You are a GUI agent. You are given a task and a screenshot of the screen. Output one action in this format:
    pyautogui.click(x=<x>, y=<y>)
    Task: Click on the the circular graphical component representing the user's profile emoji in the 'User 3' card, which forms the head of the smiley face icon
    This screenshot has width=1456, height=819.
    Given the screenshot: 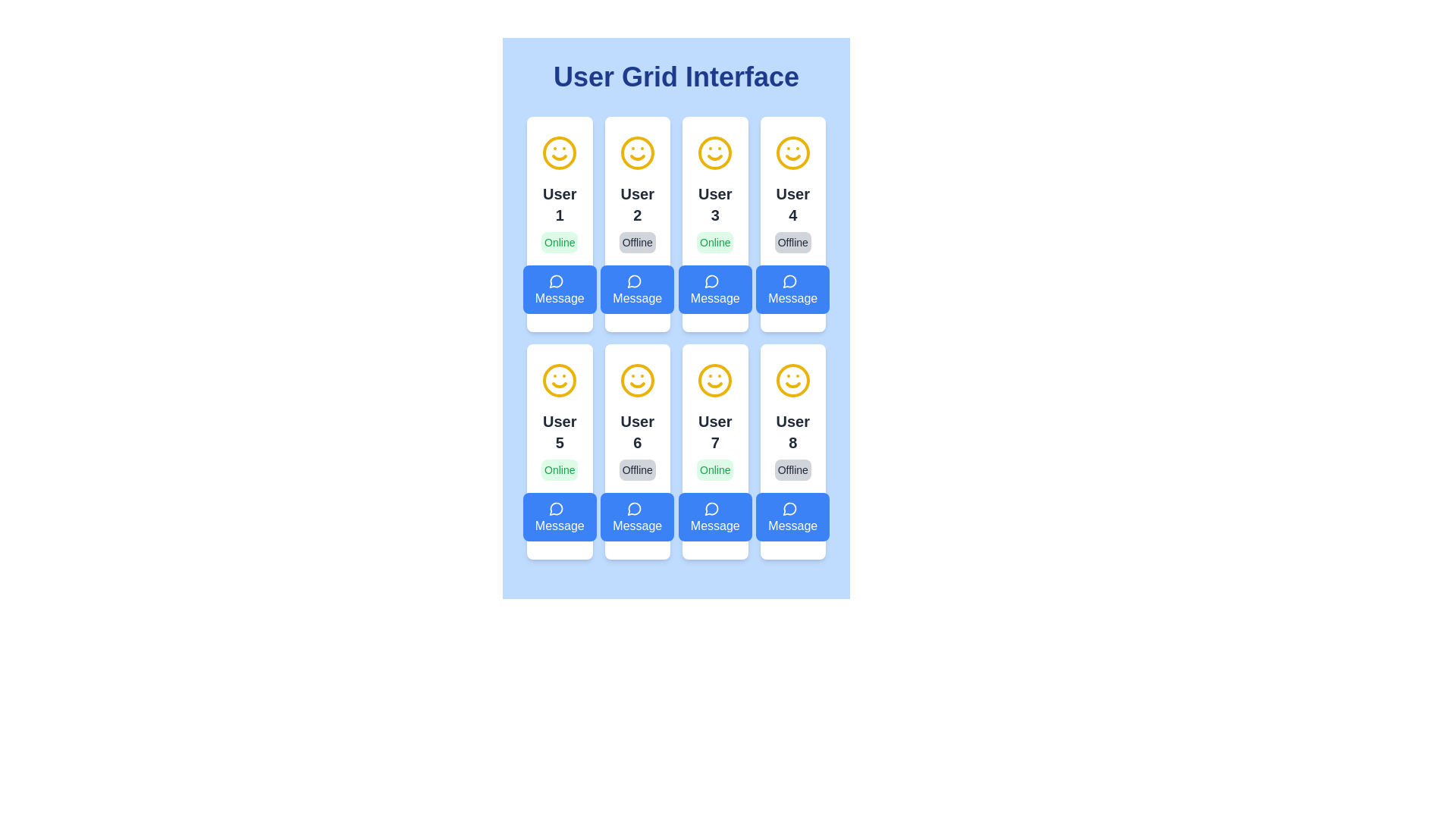 What is the action you would take?
    pyautogui.click(x=714, y=152)
    